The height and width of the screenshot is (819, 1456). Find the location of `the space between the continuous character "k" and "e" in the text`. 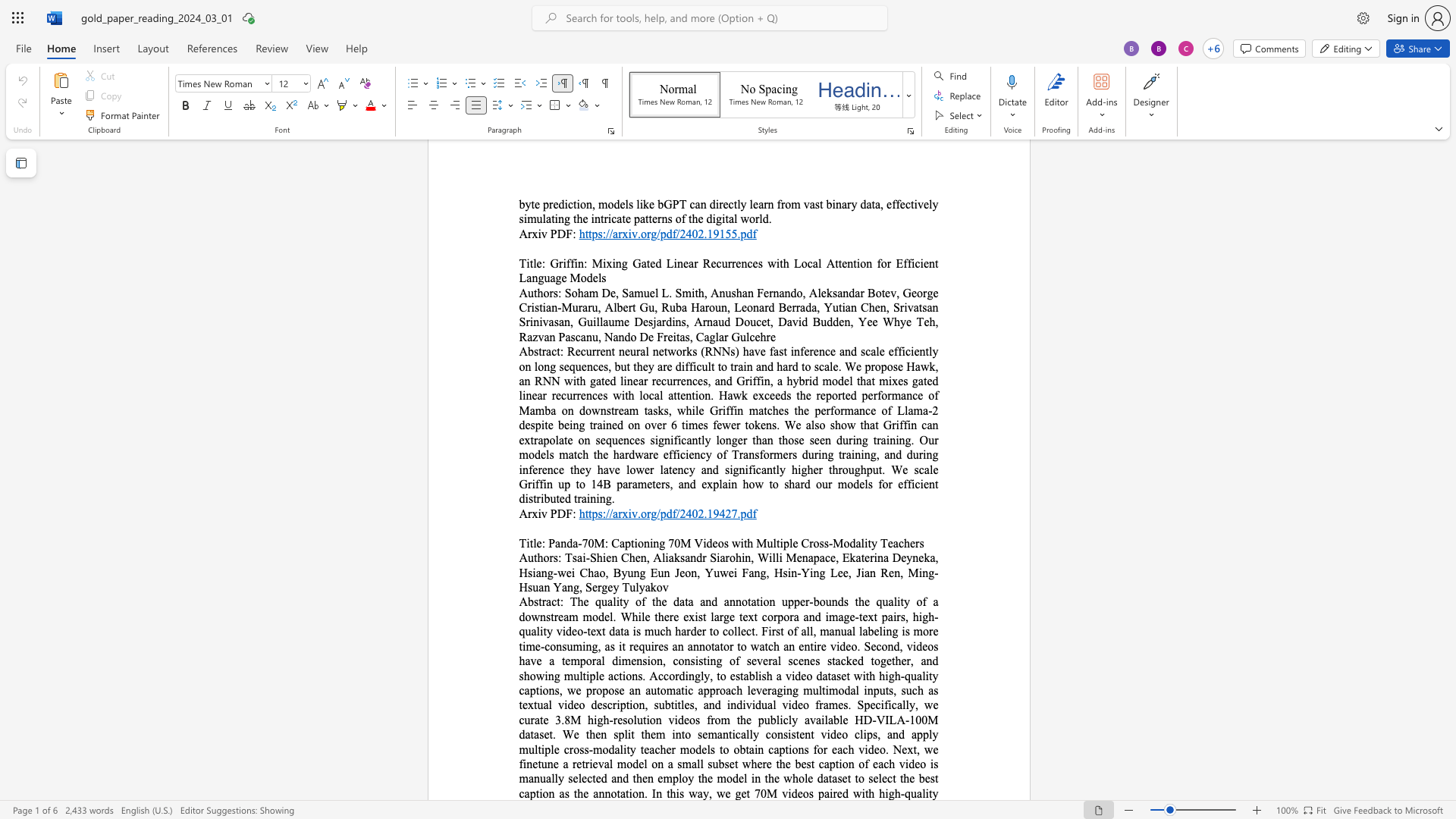

the space between the continuous character "k" and "e" in the text is located at coordinates (852, 660).